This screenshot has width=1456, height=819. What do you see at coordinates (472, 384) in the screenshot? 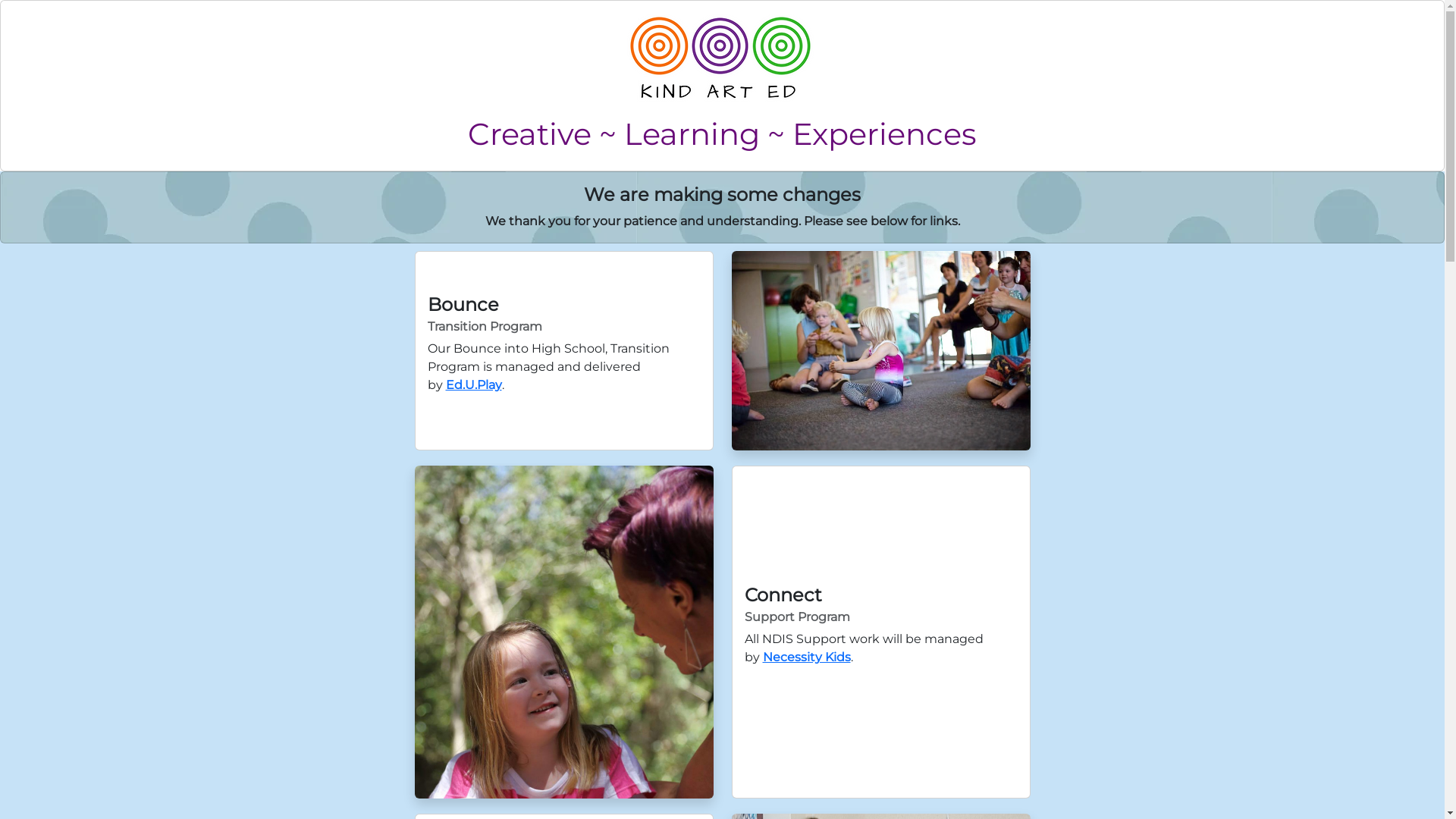
I see `'Ed.U.Play'` at bounding box center [472, 384].